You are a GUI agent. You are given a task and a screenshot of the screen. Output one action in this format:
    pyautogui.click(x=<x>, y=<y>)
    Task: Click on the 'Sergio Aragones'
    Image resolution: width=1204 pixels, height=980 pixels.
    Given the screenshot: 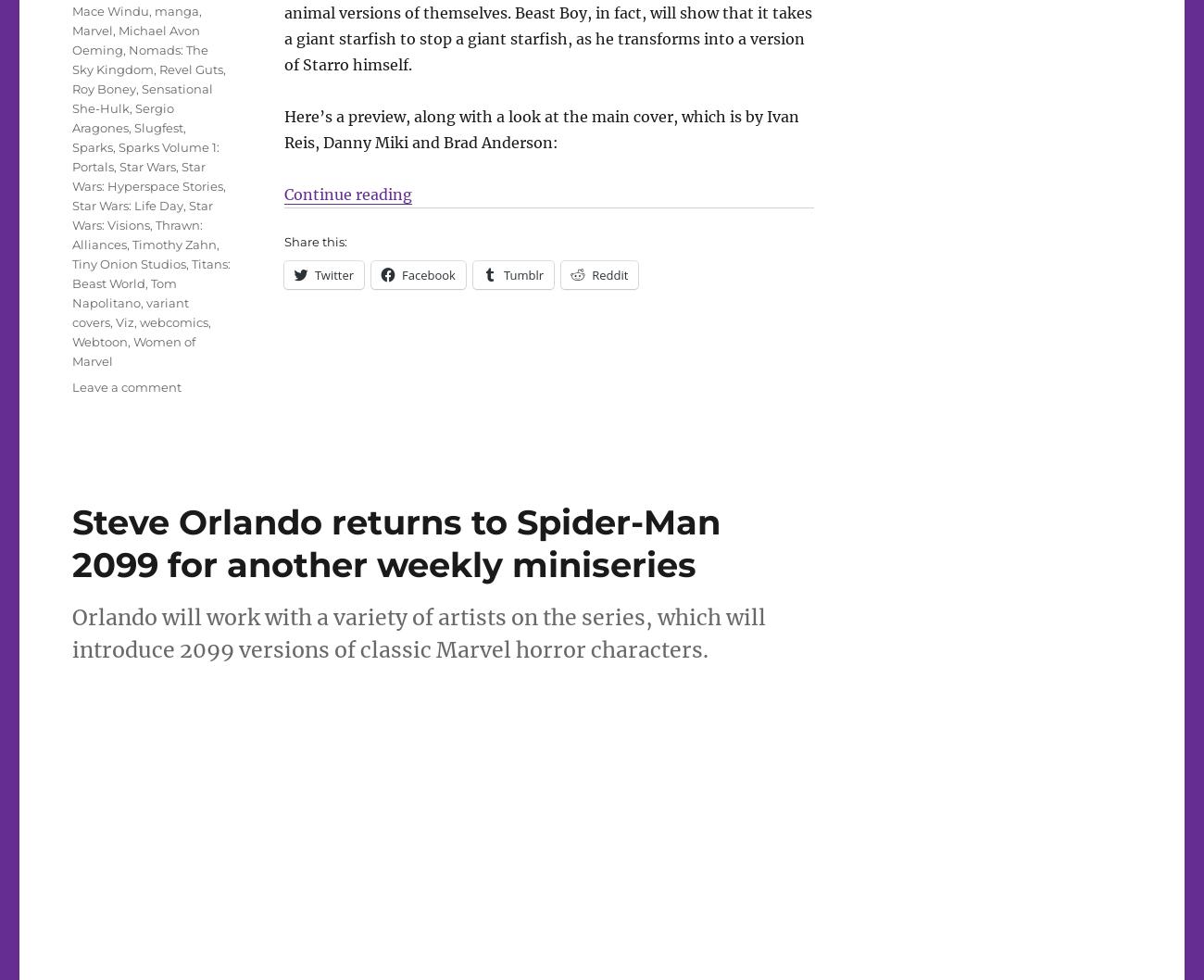 What is the action you would take?
    pyautogui.click(x=121, y=117)
    